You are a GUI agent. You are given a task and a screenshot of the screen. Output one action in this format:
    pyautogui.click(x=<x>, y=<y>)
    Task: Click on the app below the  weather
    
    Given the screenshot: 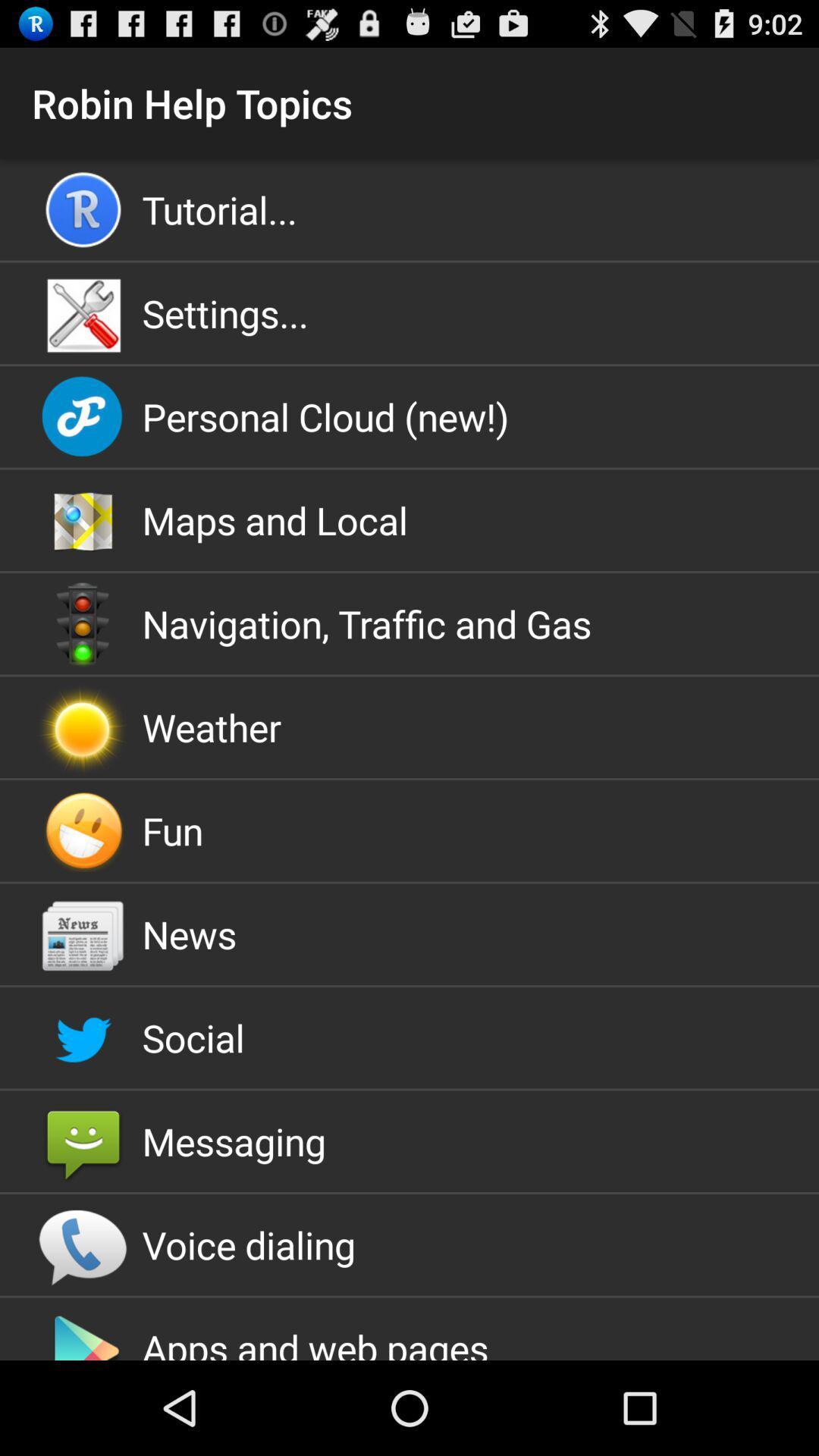 What is the action you would take?
    pyautogui.click(x=409, y=830)
    